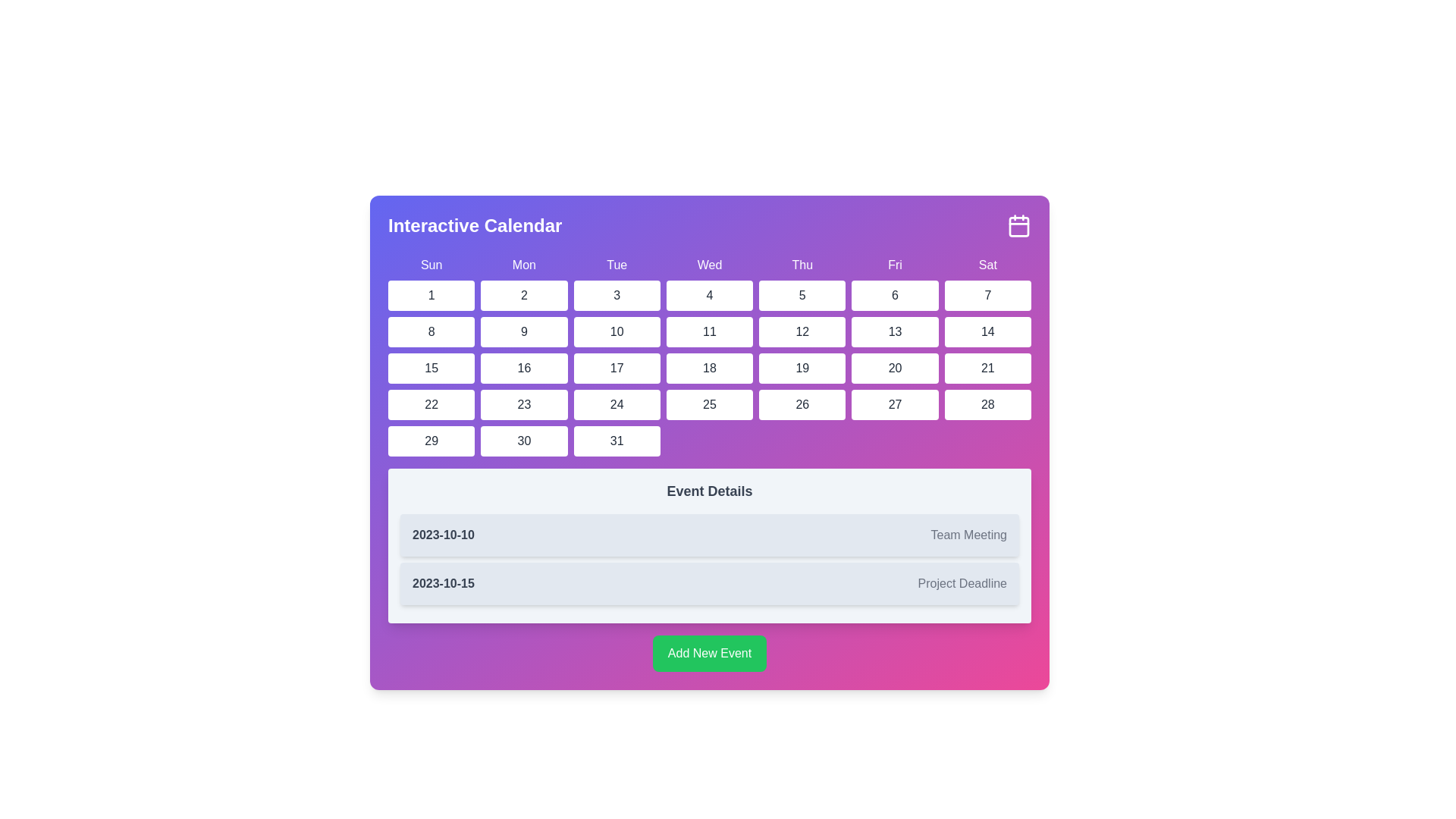 The image size is (1456, 819). What do you see at coordinates (524, 331) in the screenshot?
I see `the selectable date button located in the third row and second column of the calendar grid` at bounding box center [524, 331].